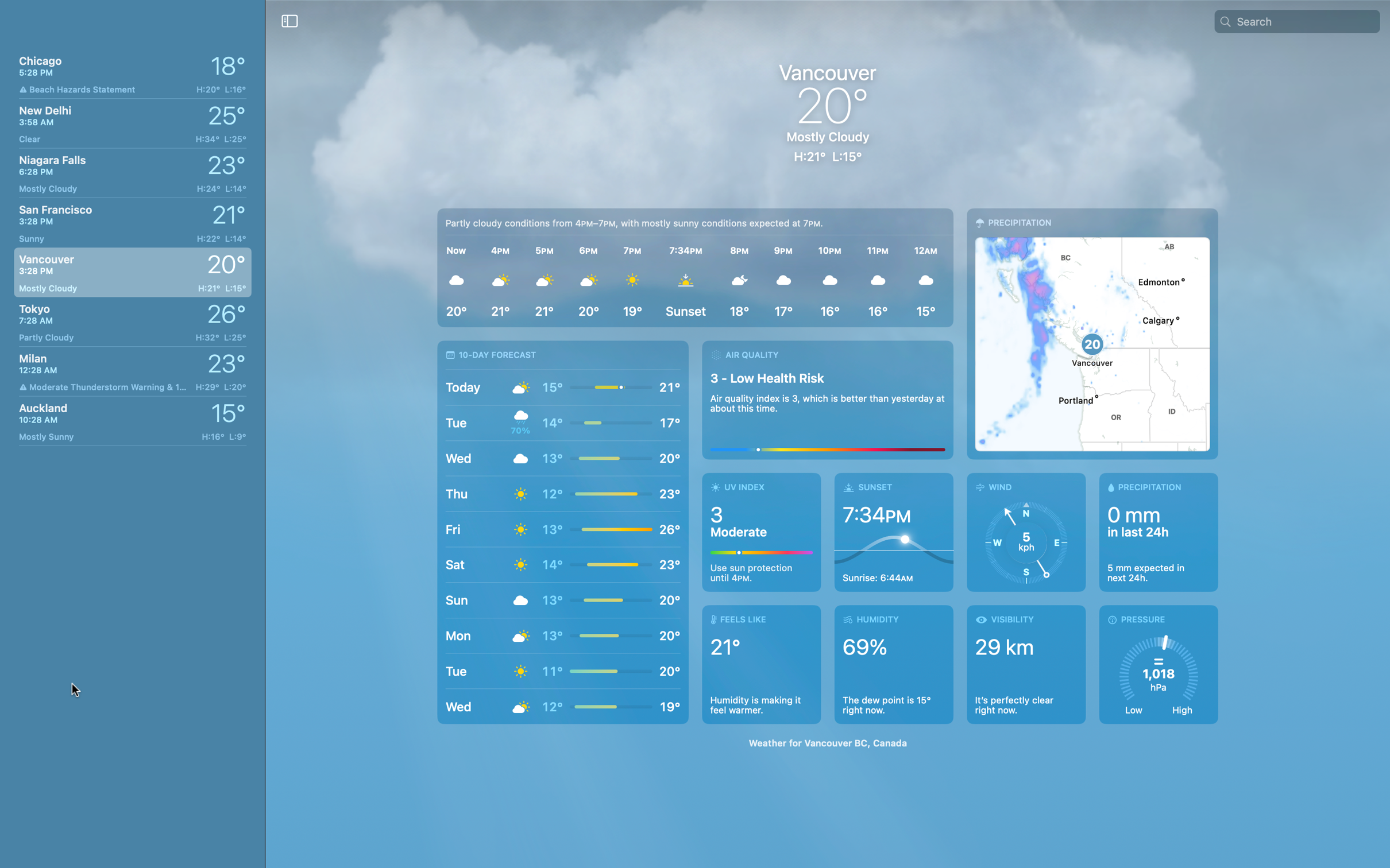  Describe the element at coordinates (762, 532) in the screenshot. I see `Determine the UV ratings for Vancouver` at that location.